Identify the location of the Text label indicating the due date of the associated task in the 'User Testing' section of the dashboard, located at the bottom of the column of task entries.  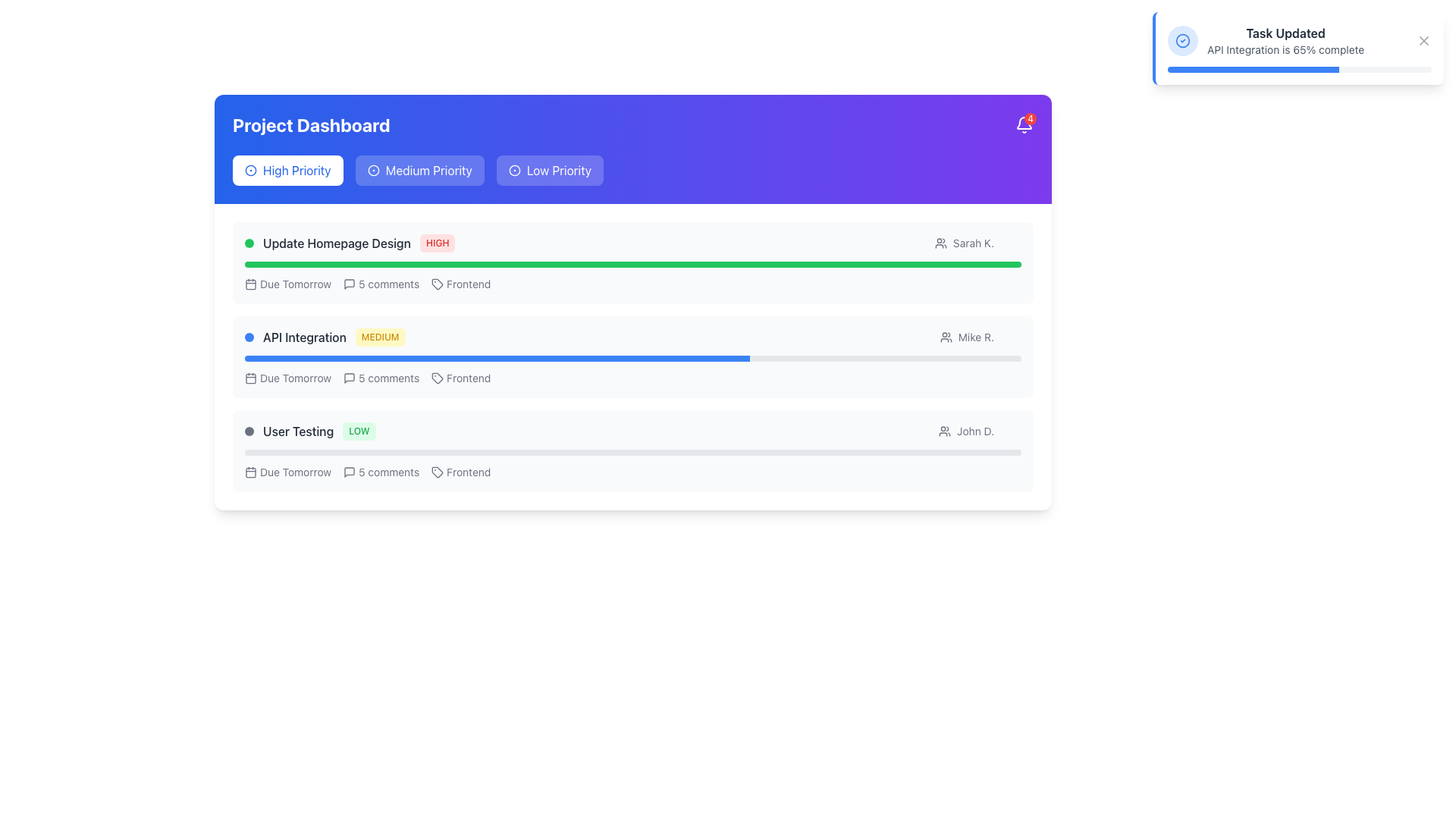
(288, 472).